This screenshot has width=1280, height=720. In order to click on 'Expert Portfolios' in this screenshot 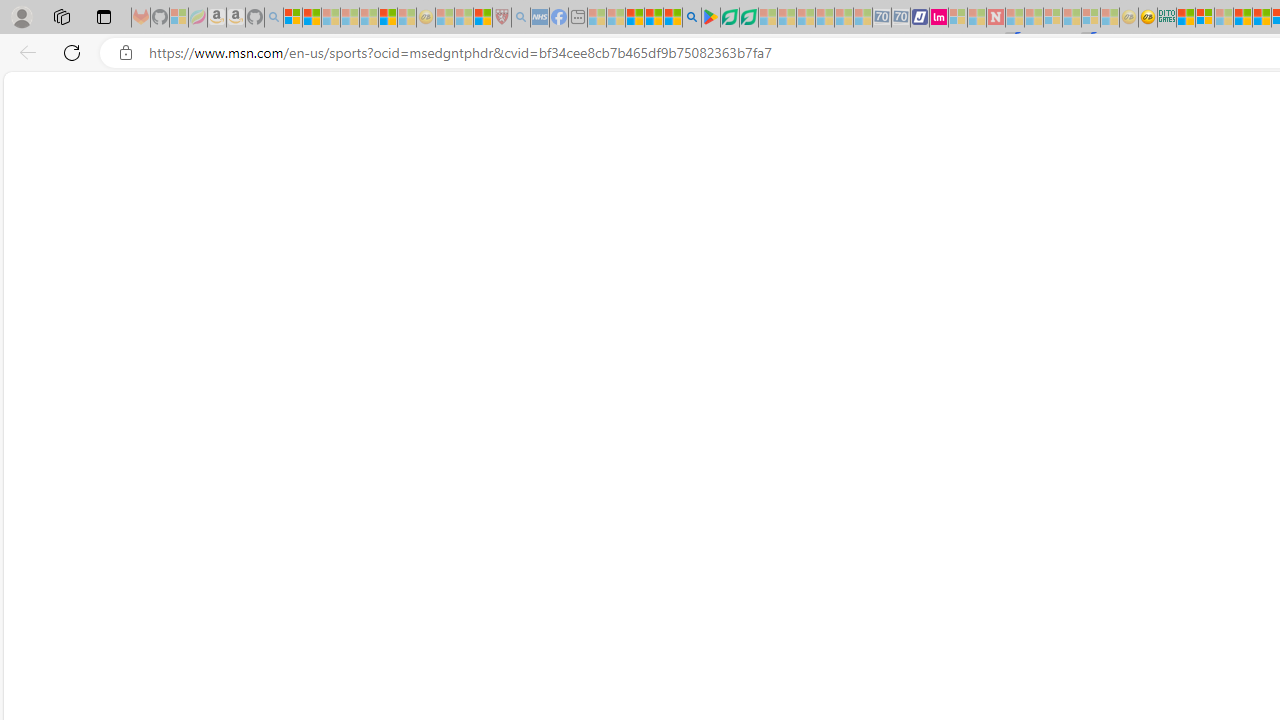, I will do `click(1241, 17)`.